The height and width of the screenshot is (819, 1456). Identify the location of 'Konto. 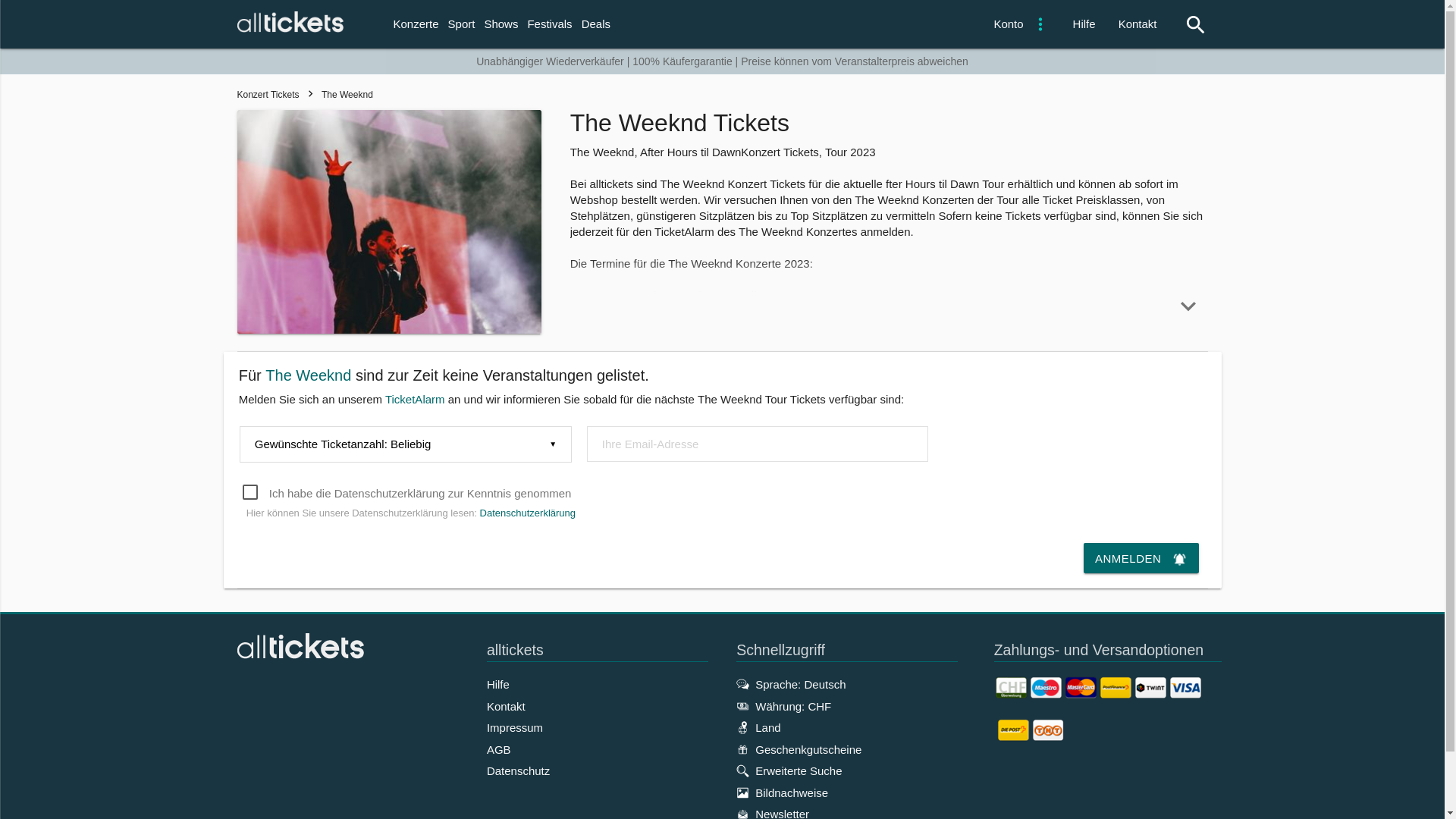
(1018, 24).